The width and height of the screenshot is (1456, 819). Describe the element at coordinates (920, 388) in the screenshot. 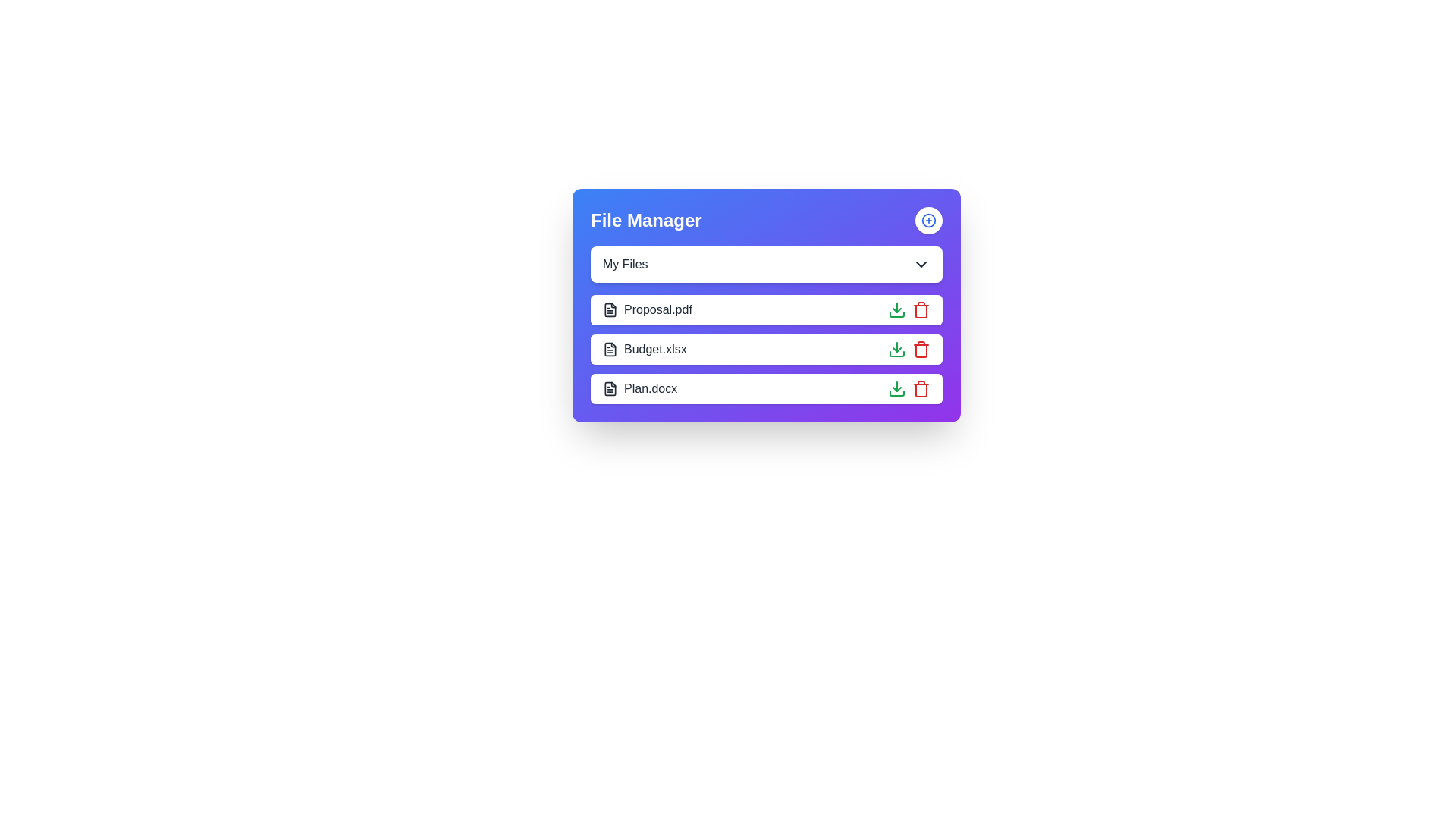

I see `the red trash bin icon button, which represents a delete function for the 'Plan.docx' file` at that location.